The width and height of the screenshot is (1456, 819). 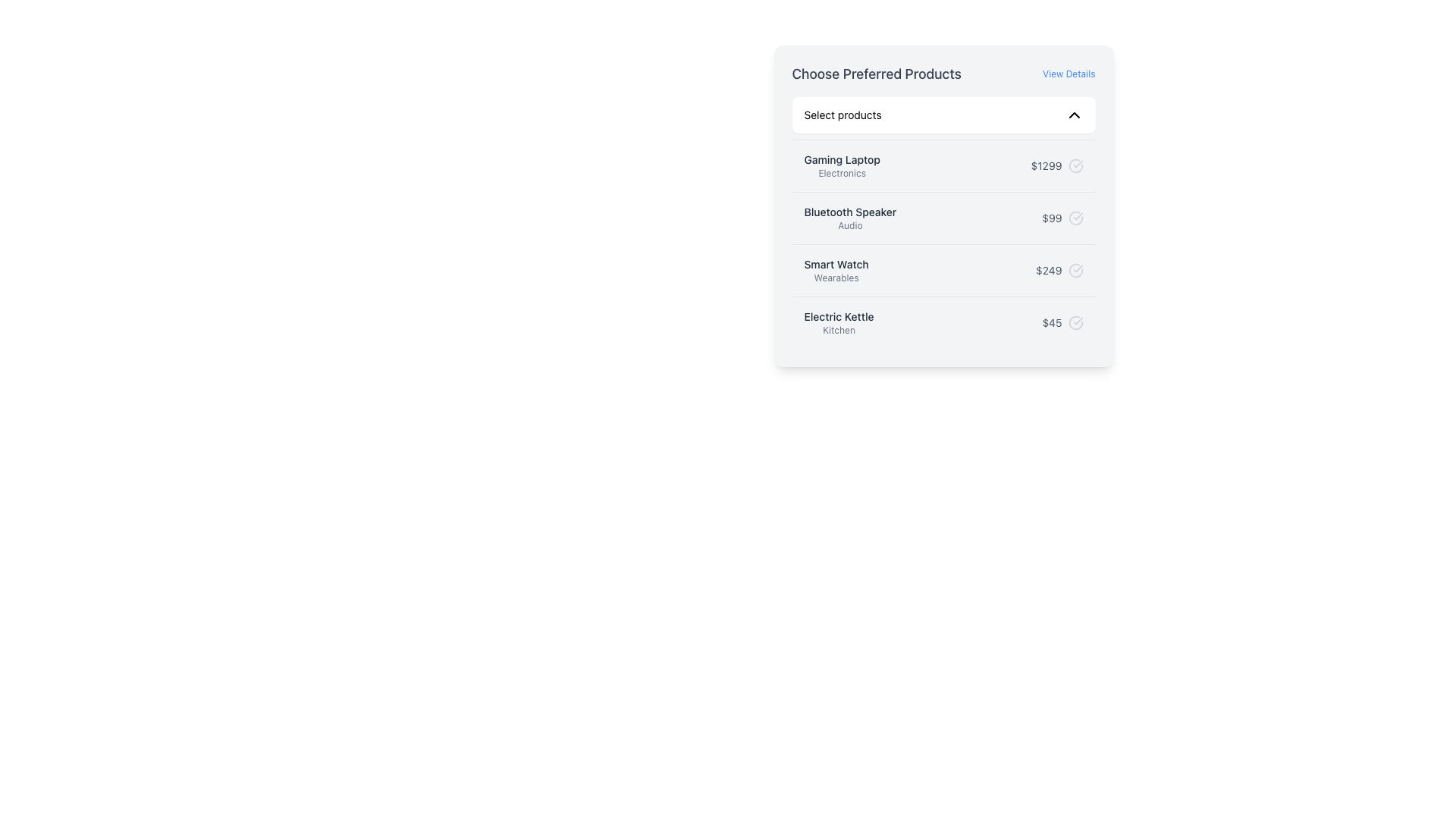 What do you see at coordinates (1051, 218) in the screenshot?
I see `the Text Label displaying '$99' in gray color, located to the left of a checkmark icon in the product list` at bounding box center [1051, 218].